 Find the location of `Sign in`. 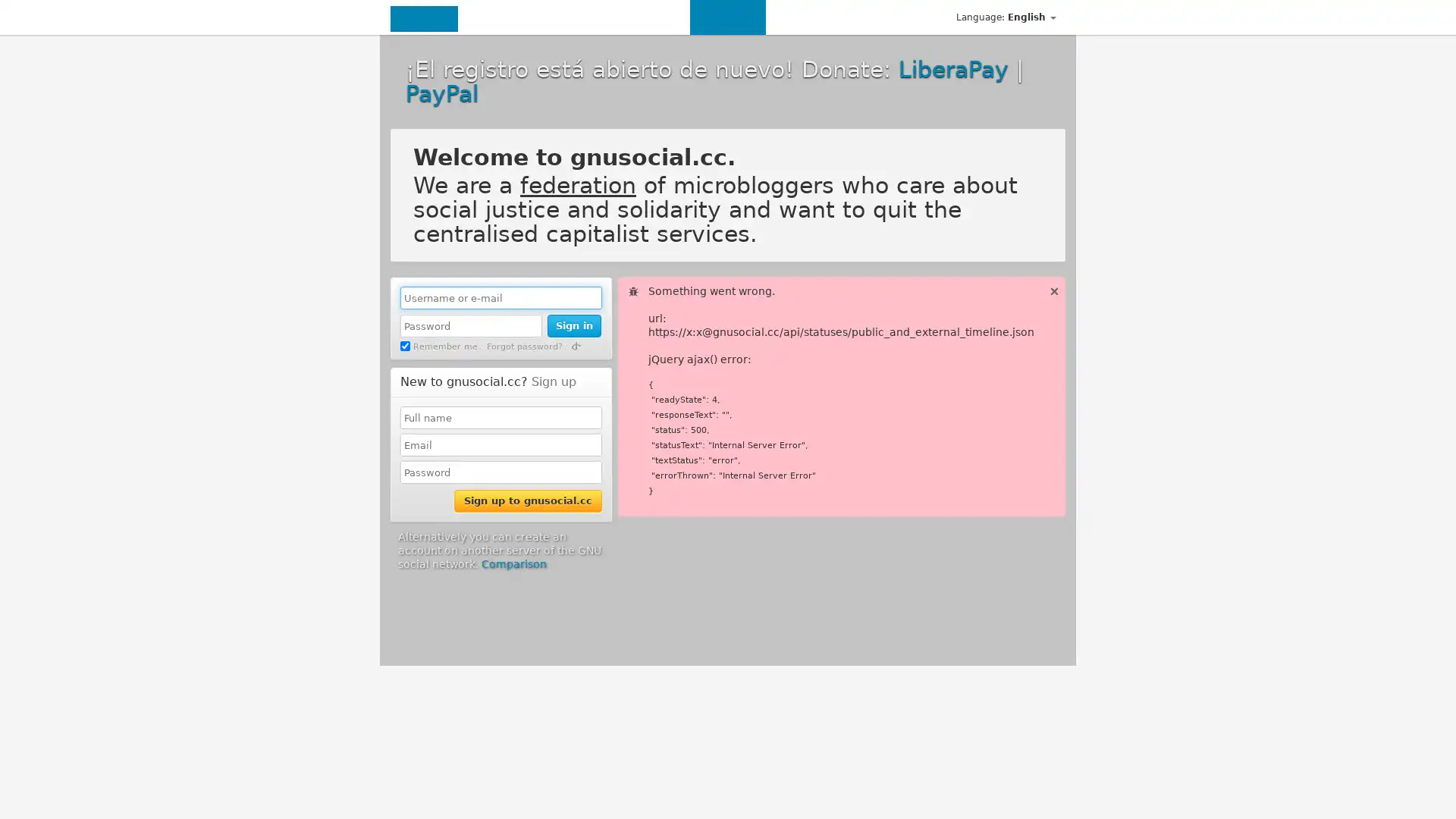

Sign in is located at coordinates (573, 325).